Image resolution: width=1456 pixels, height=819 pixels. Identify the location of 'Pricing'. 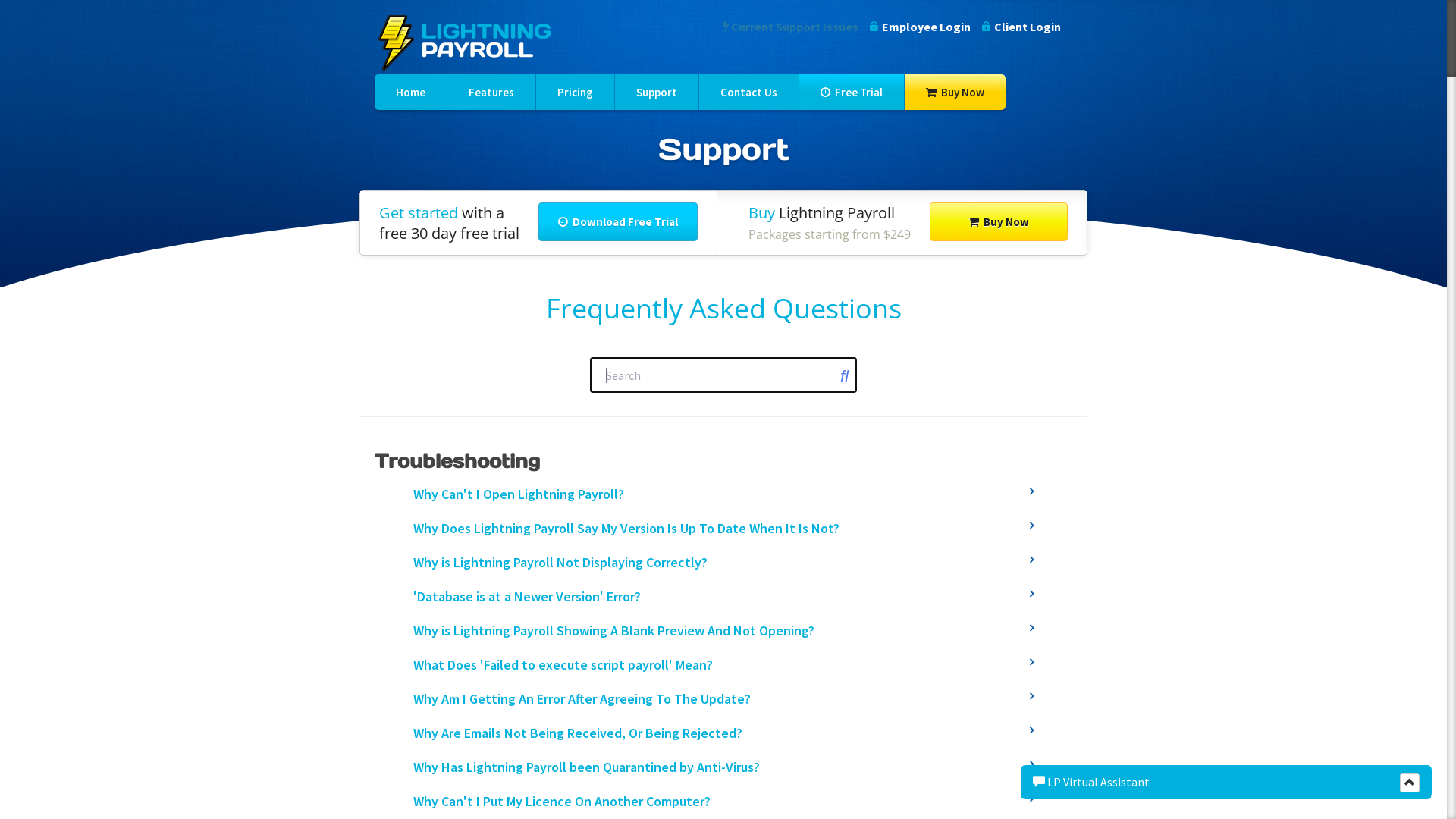
(574, 92).